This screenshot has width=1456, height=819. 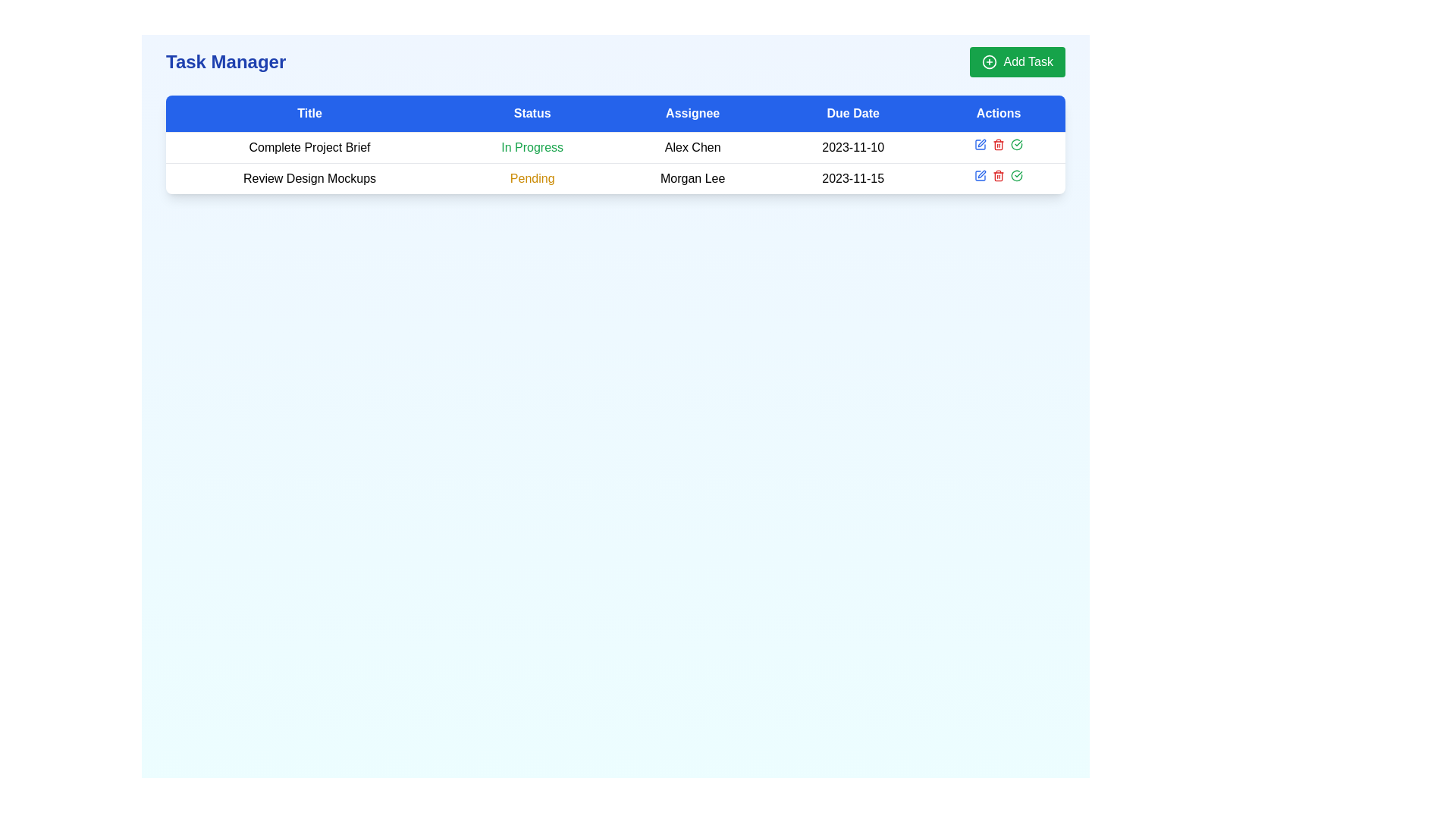 I want to click on the edit button in the 'Actions' column of the task 'Review Design Mockups', so click(x=981, y=174).